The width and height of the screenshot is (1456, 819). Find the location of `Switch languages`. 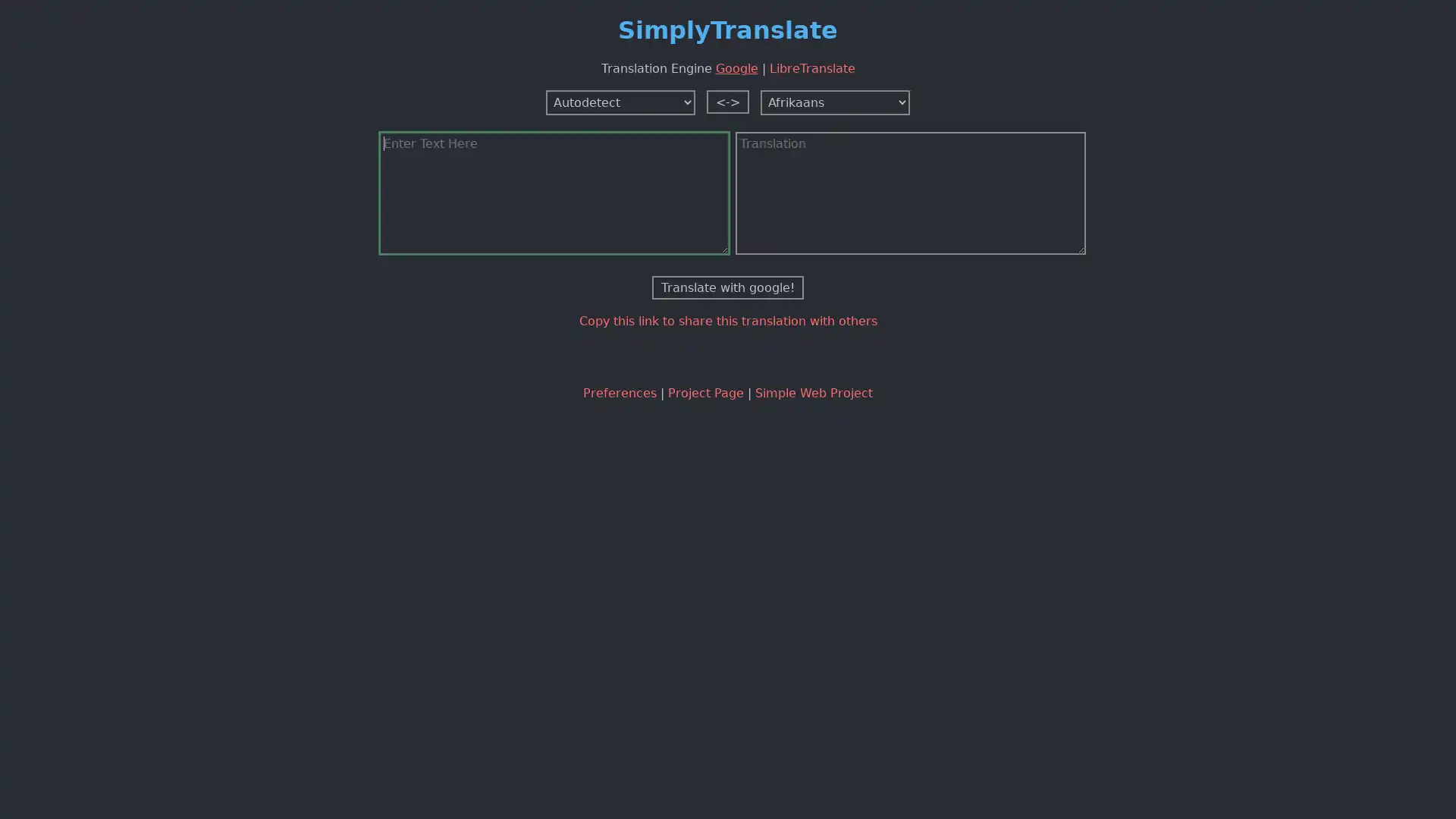

Switch languages is located at coordinates (728, 101).